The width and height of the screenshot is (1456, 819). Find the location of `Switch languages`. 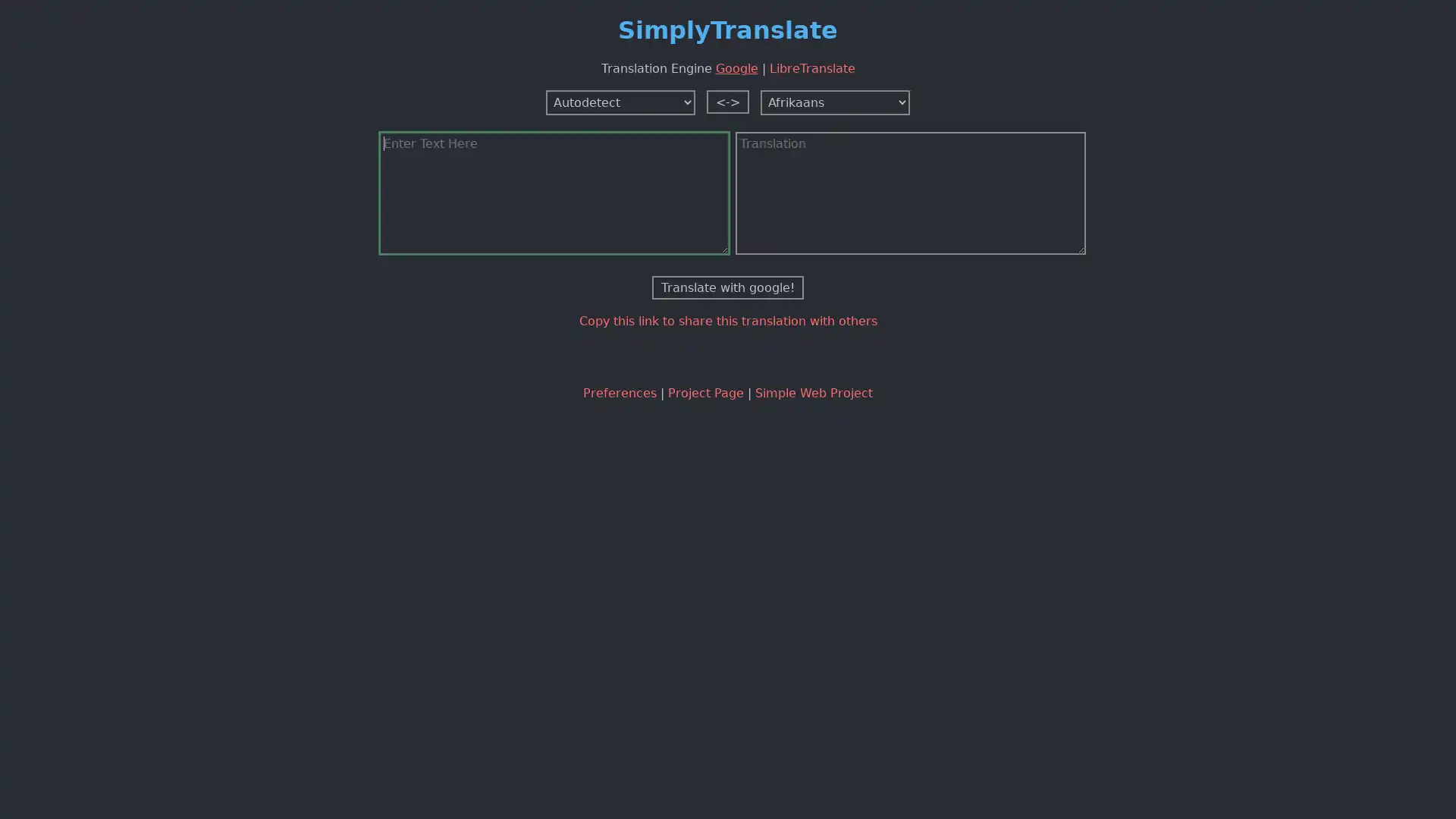

Switch languages is located at coordinates (728, 101).